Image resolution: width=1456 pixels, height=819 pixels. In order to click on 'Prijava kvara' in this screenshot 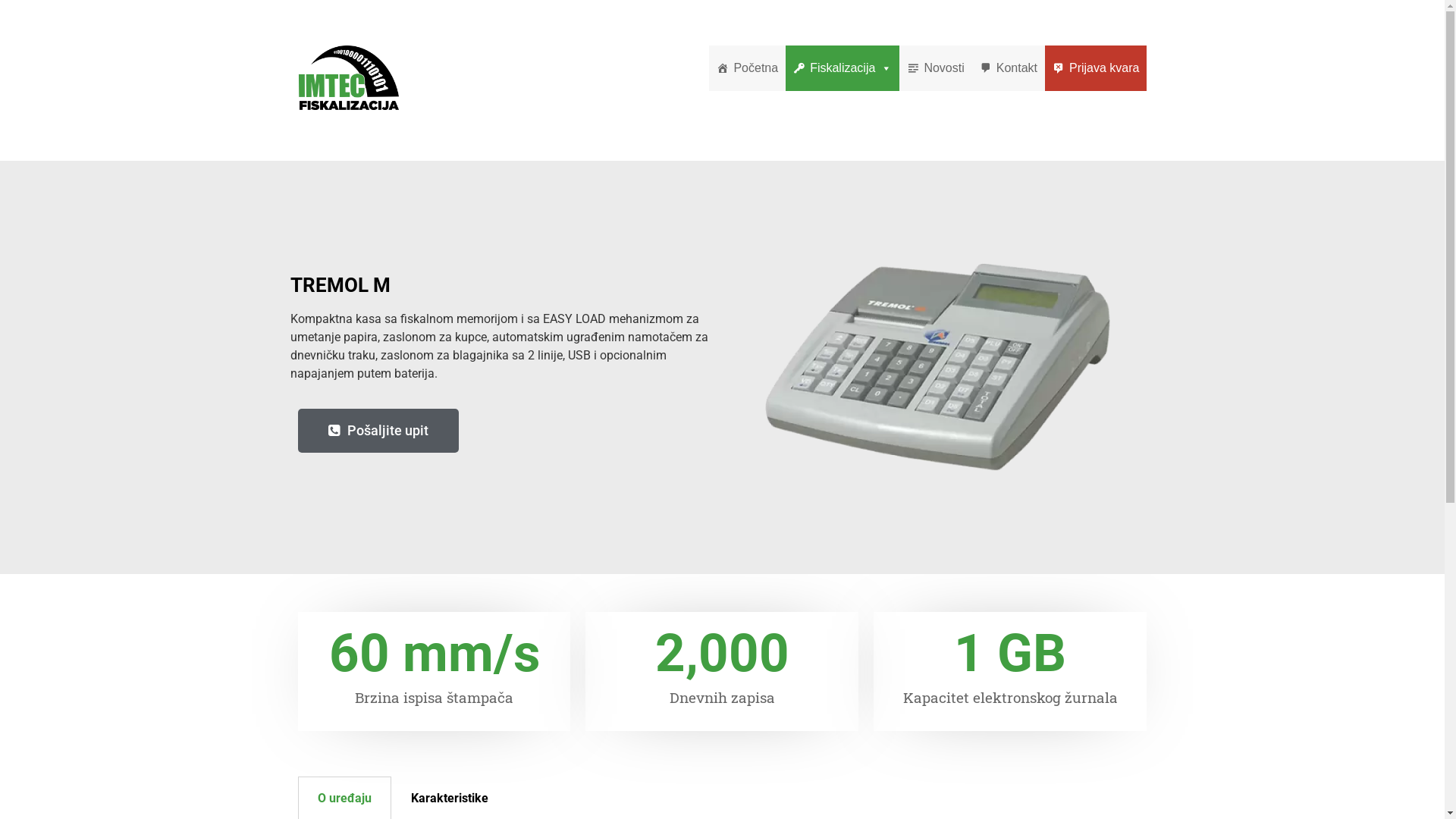, I will do `click(1095, 67)`.